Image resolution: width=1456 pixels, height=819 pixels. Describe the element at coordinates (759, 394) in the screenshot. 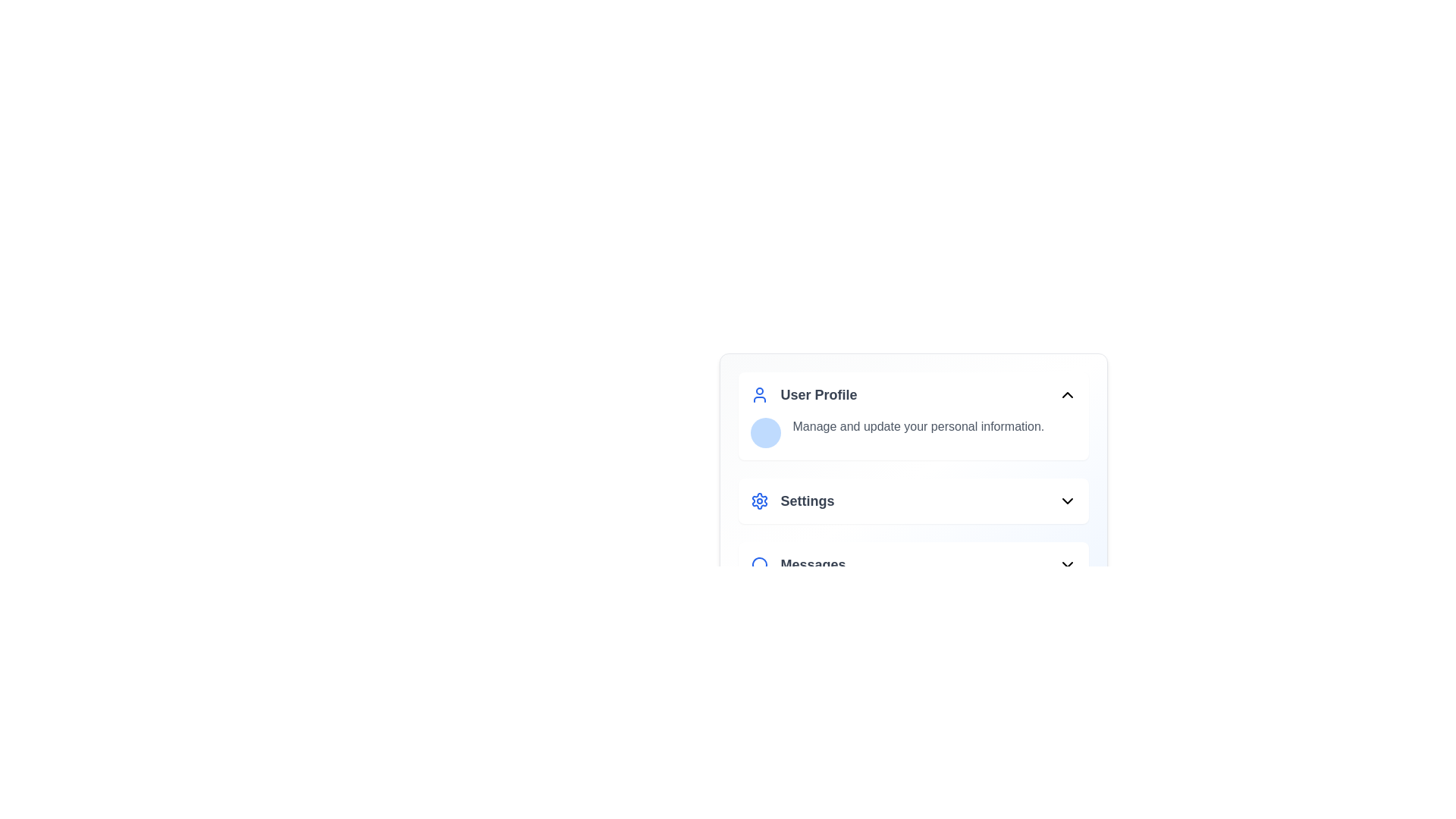

I see `the blue user silhouette icon located to the left of the 'User Profile' text` at that location.